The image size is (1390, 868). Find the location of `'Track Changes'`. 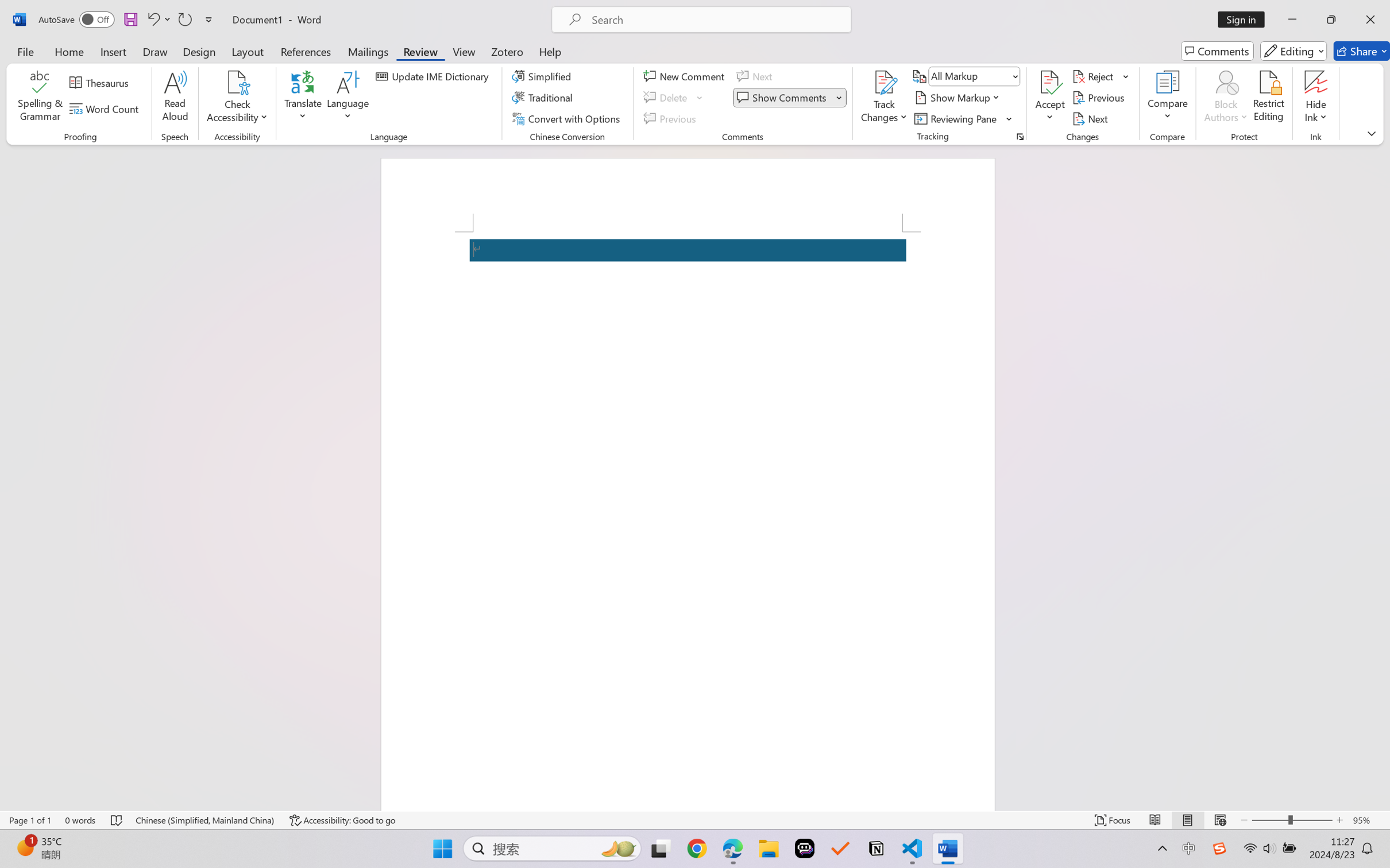

'Track Changes' is located at coordinates (883, 98).